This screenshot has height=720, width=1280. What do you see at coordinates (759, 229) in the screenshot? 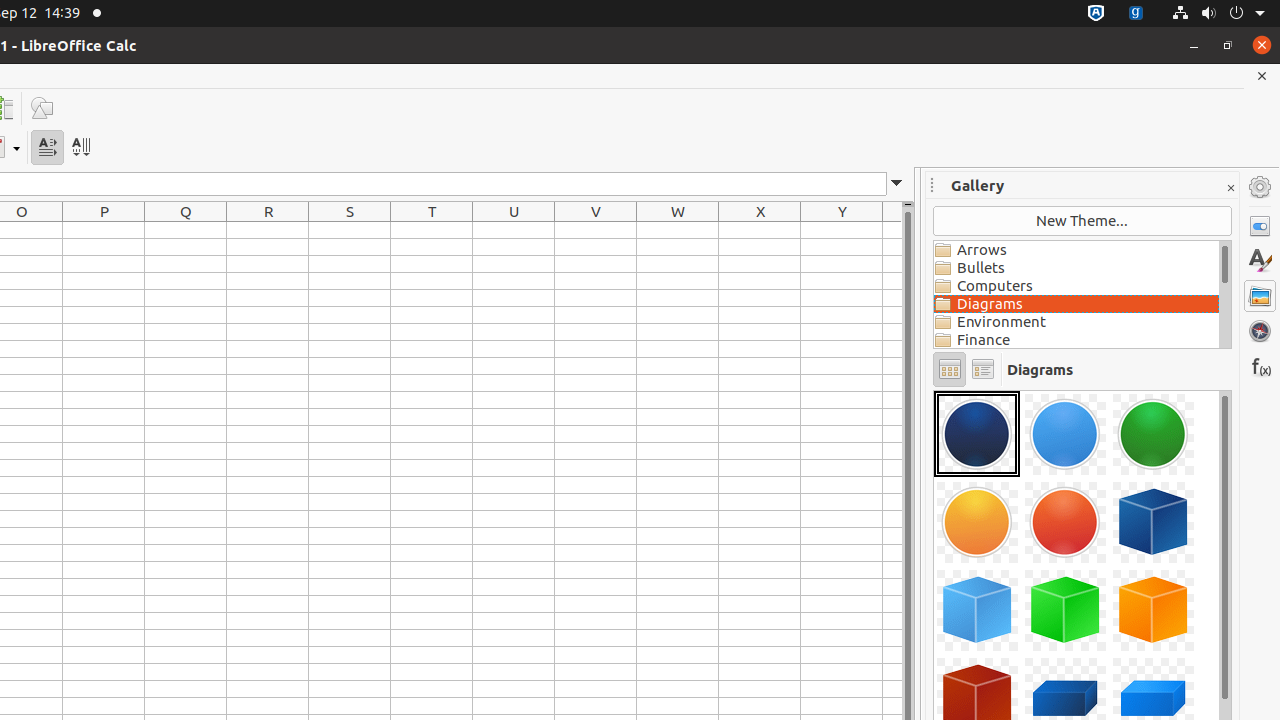
I see `'X1'` at bounding box center [759, 229].